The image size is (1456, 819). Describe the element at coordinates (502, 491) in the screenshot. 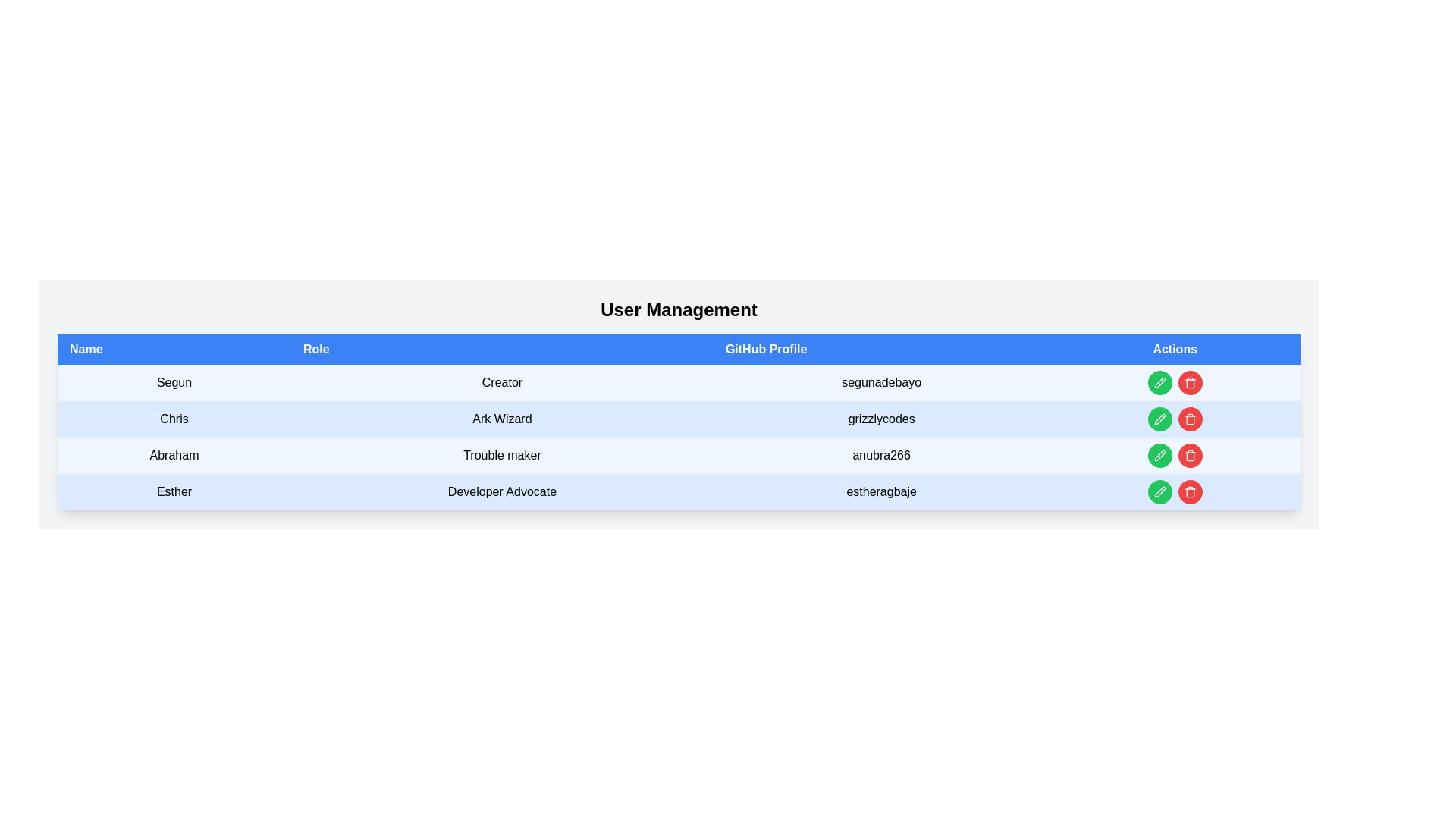

I see `the Text cell in the table that displays the user's role designation, located in the second column of the last row under the 'Role' header, aligned with 'Esther' in the 'Name' column and 'estheragbaje' in the 'GitHub Profile' column` at that location.